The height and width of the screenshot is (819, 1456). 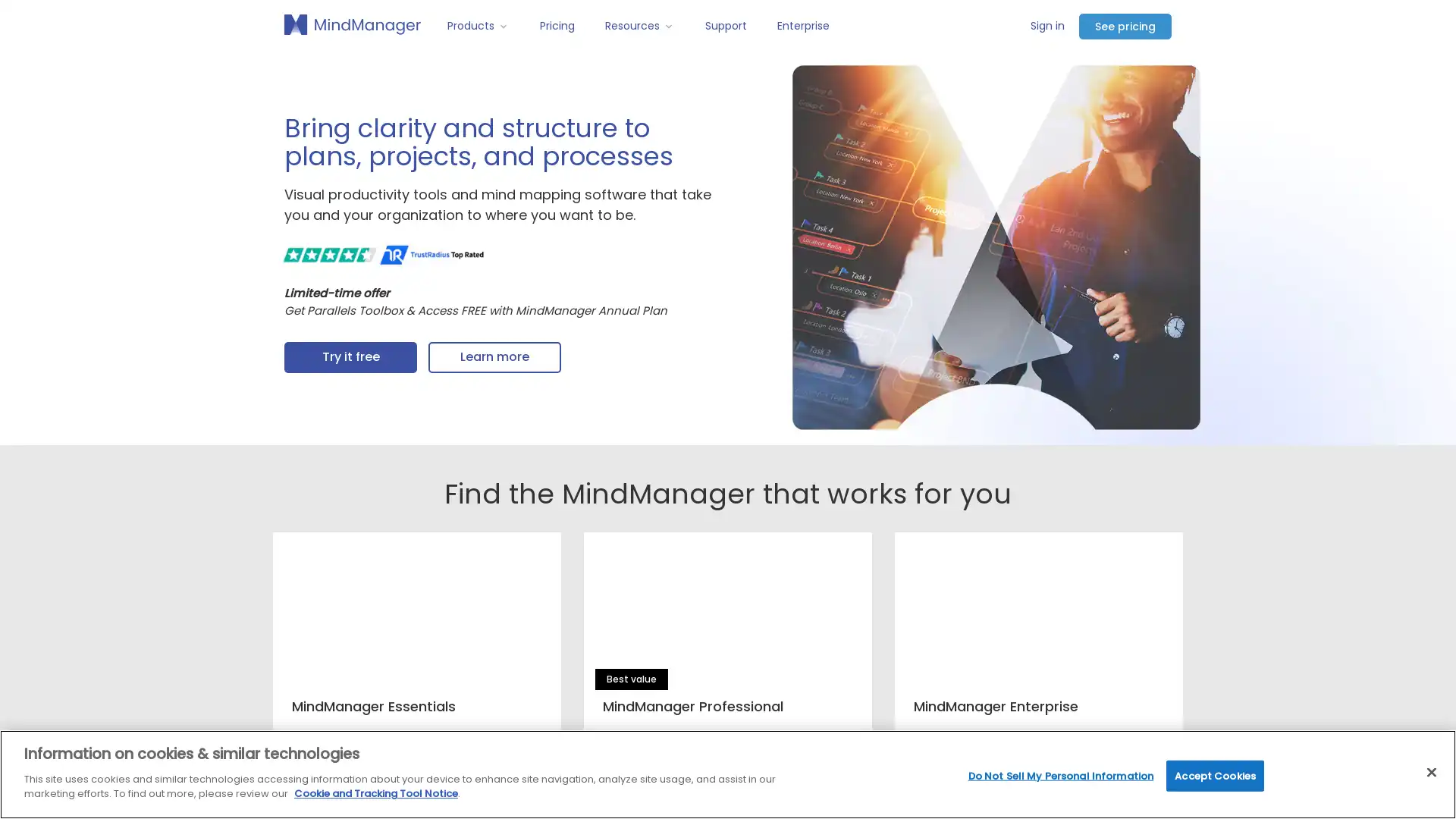 I want to click on Close, so click(x=1430, y=772).